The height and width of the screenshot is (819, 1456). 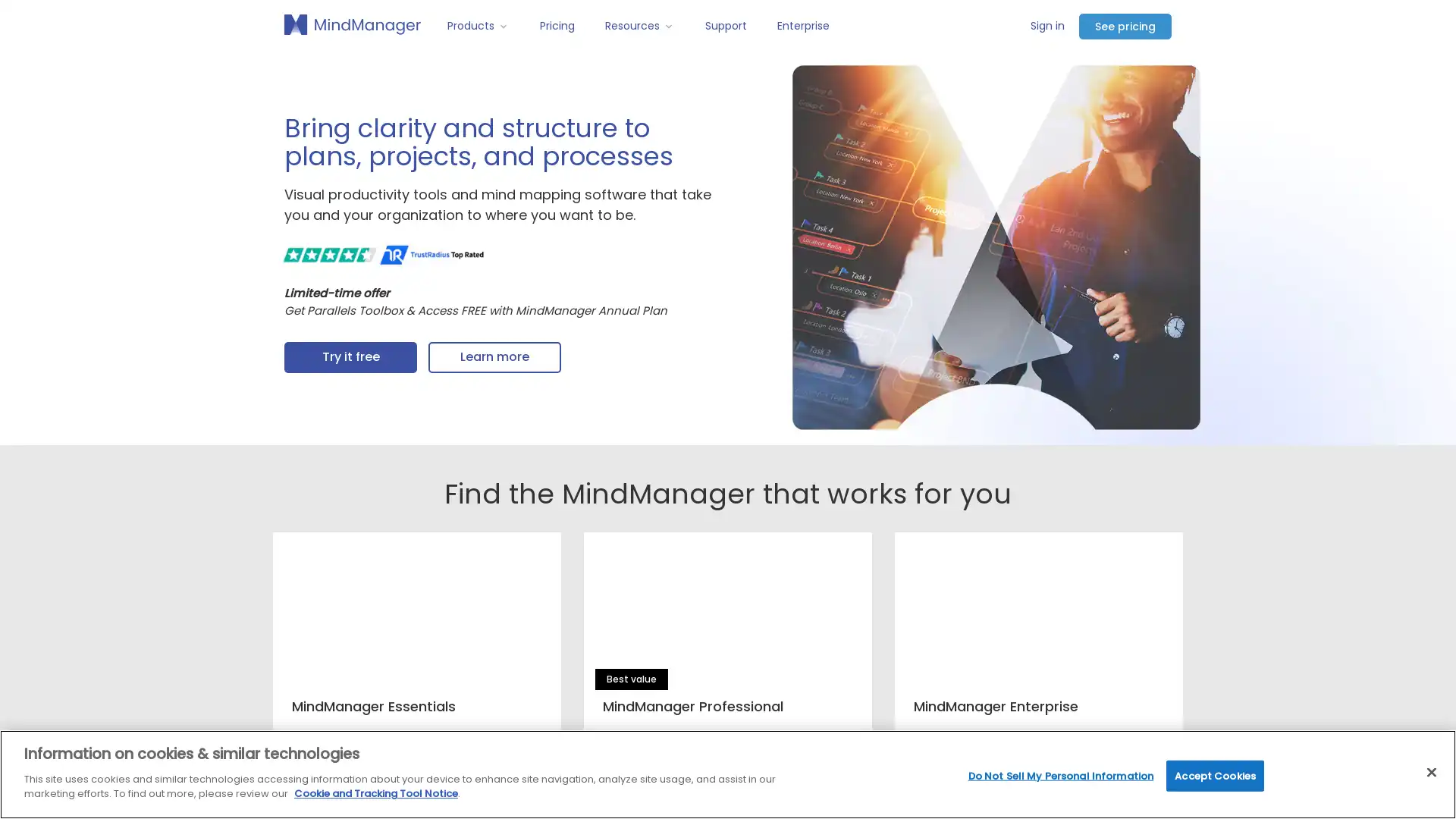 I want to click on Close, so click(x=1430, y=772).